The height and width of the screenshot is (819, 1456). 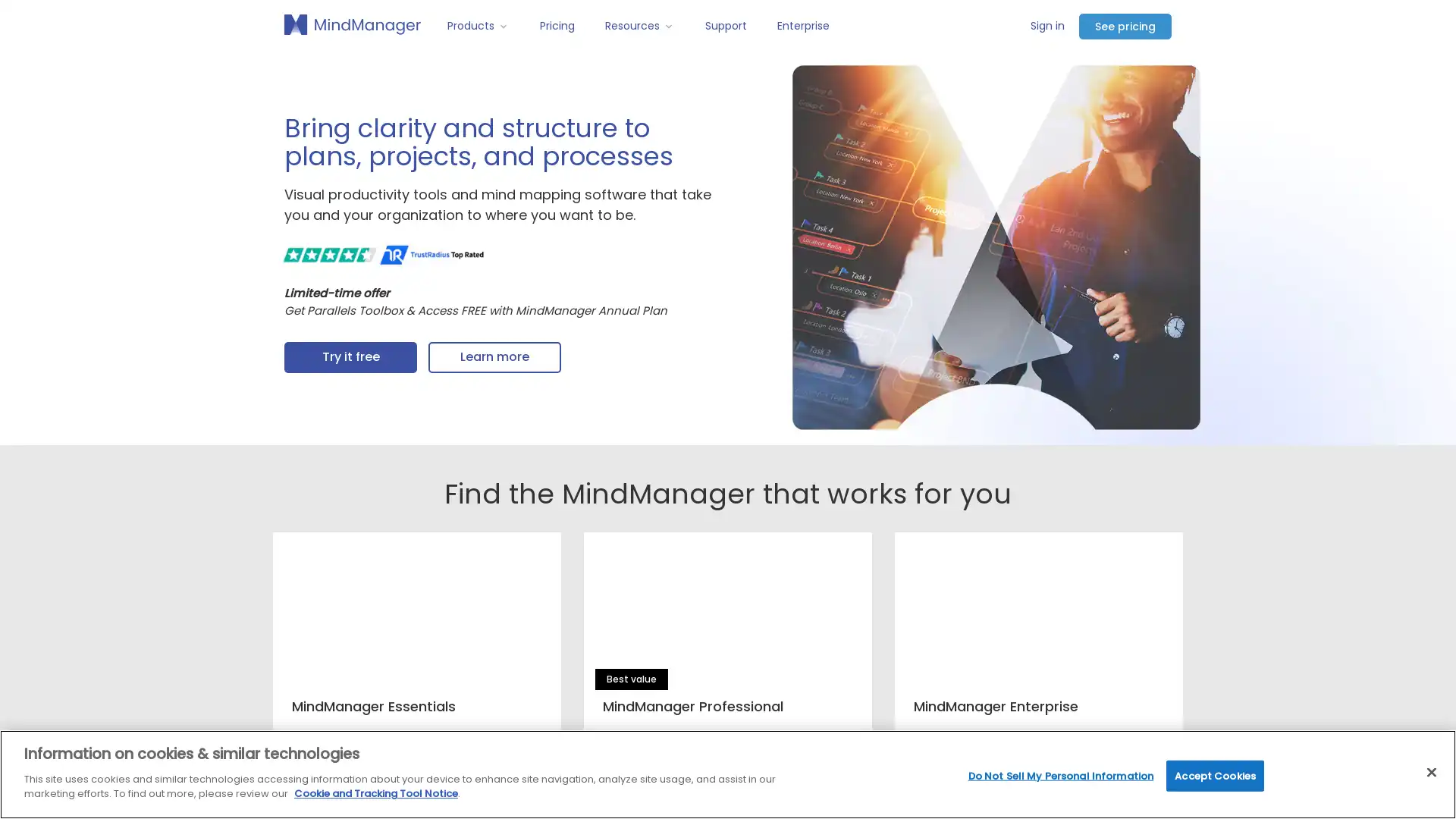 I want to click on Close, so click(x=1430, y=772).